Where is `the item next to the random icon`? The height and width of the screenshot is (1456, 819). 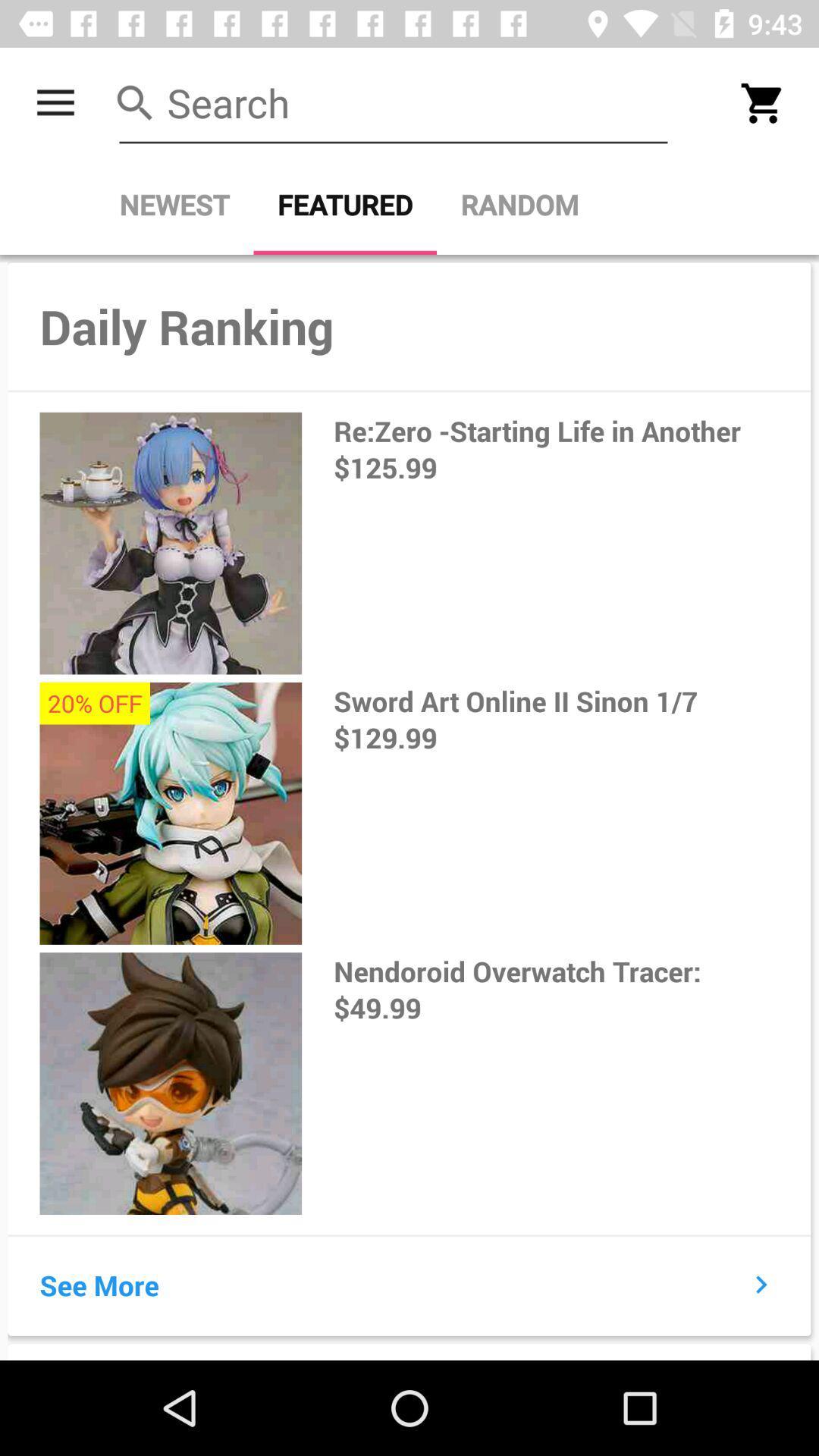
the item next to the random icon is located at coordinates (345, 204).